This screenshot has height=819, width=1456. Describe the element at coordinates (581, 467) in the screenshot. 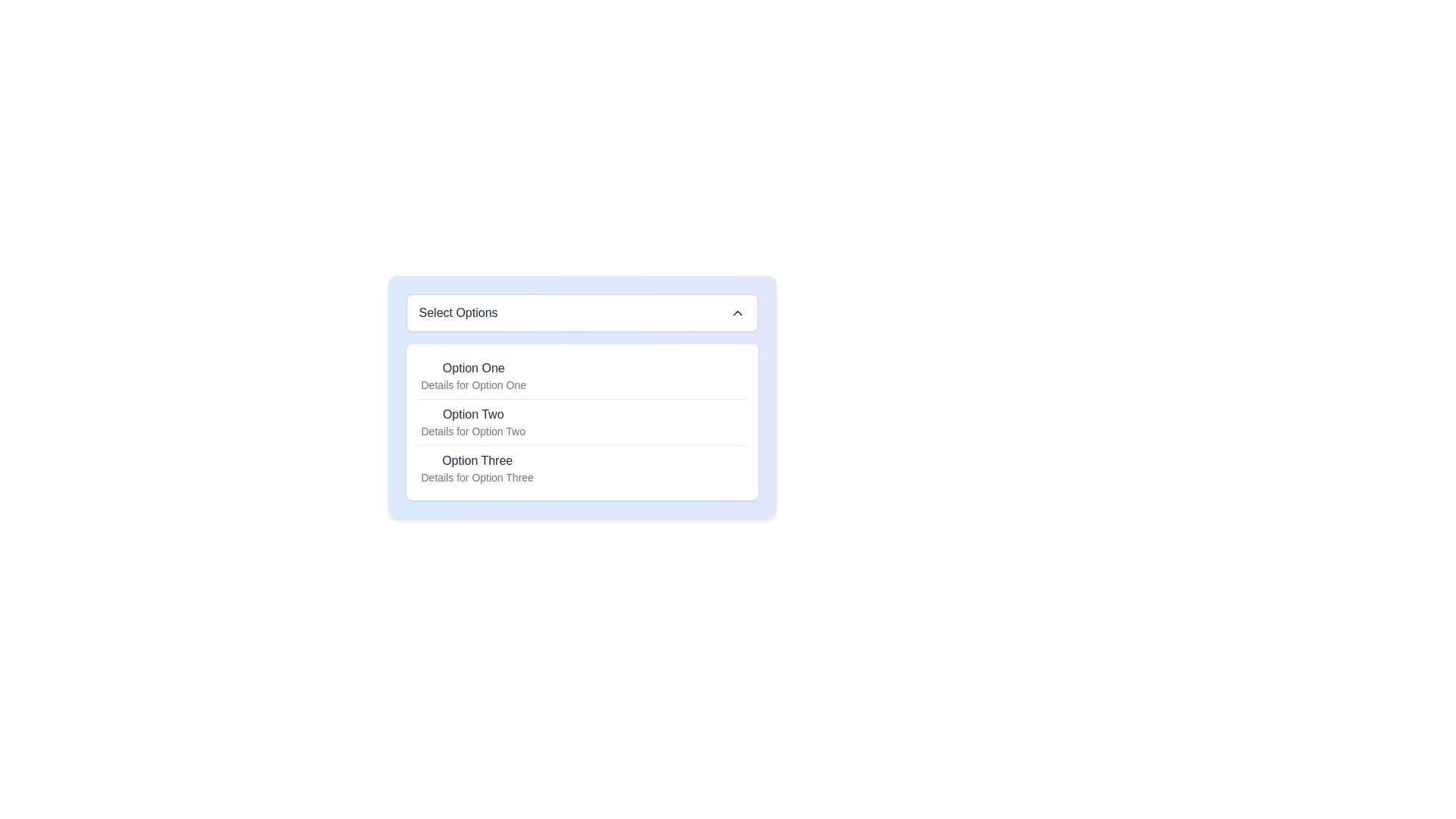

I see `the third option in the dropdown menu` at that location.